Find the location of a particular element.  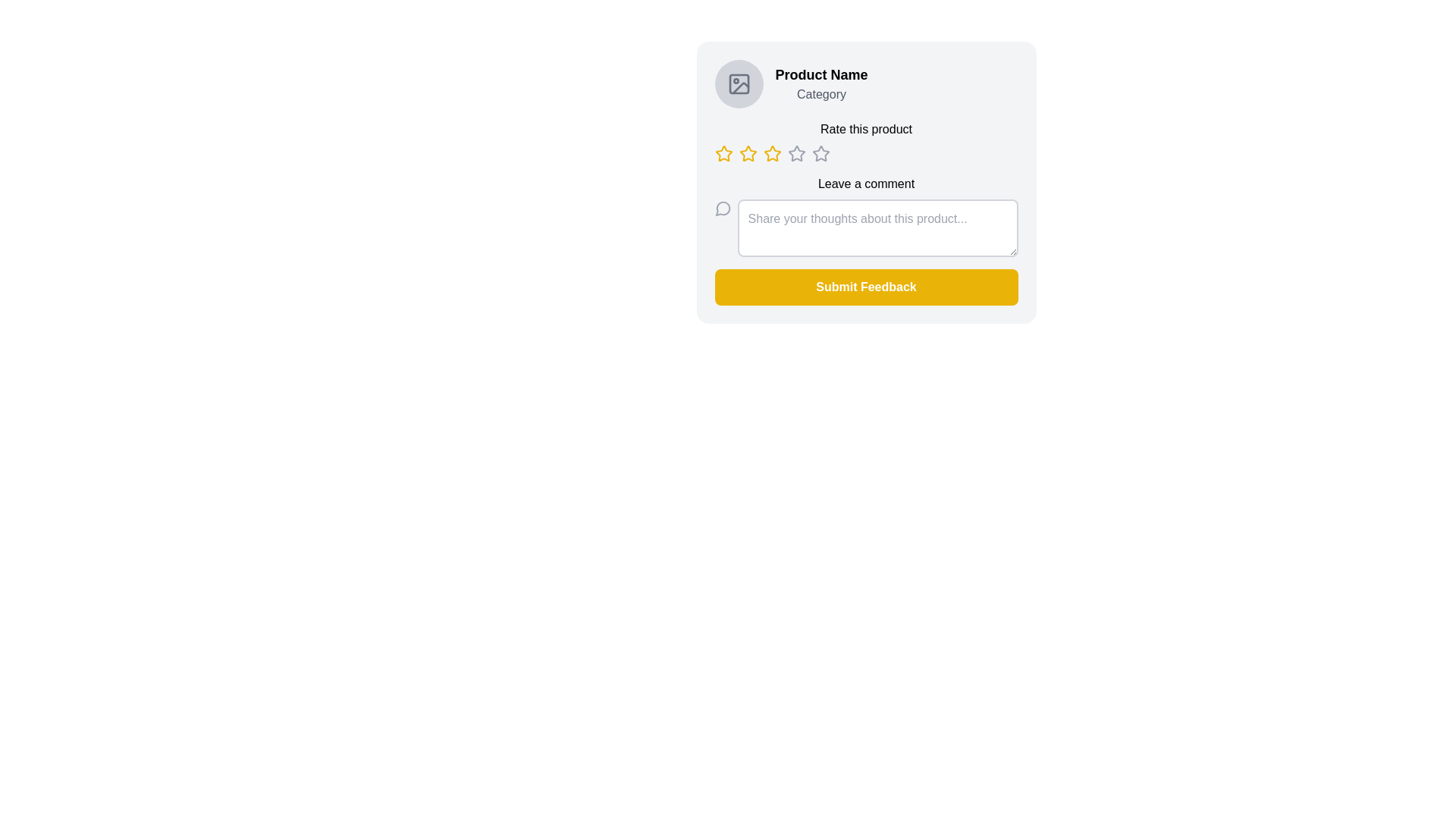

the fourth rating star icon with a gray stroke is located at coordinates (820, 153).